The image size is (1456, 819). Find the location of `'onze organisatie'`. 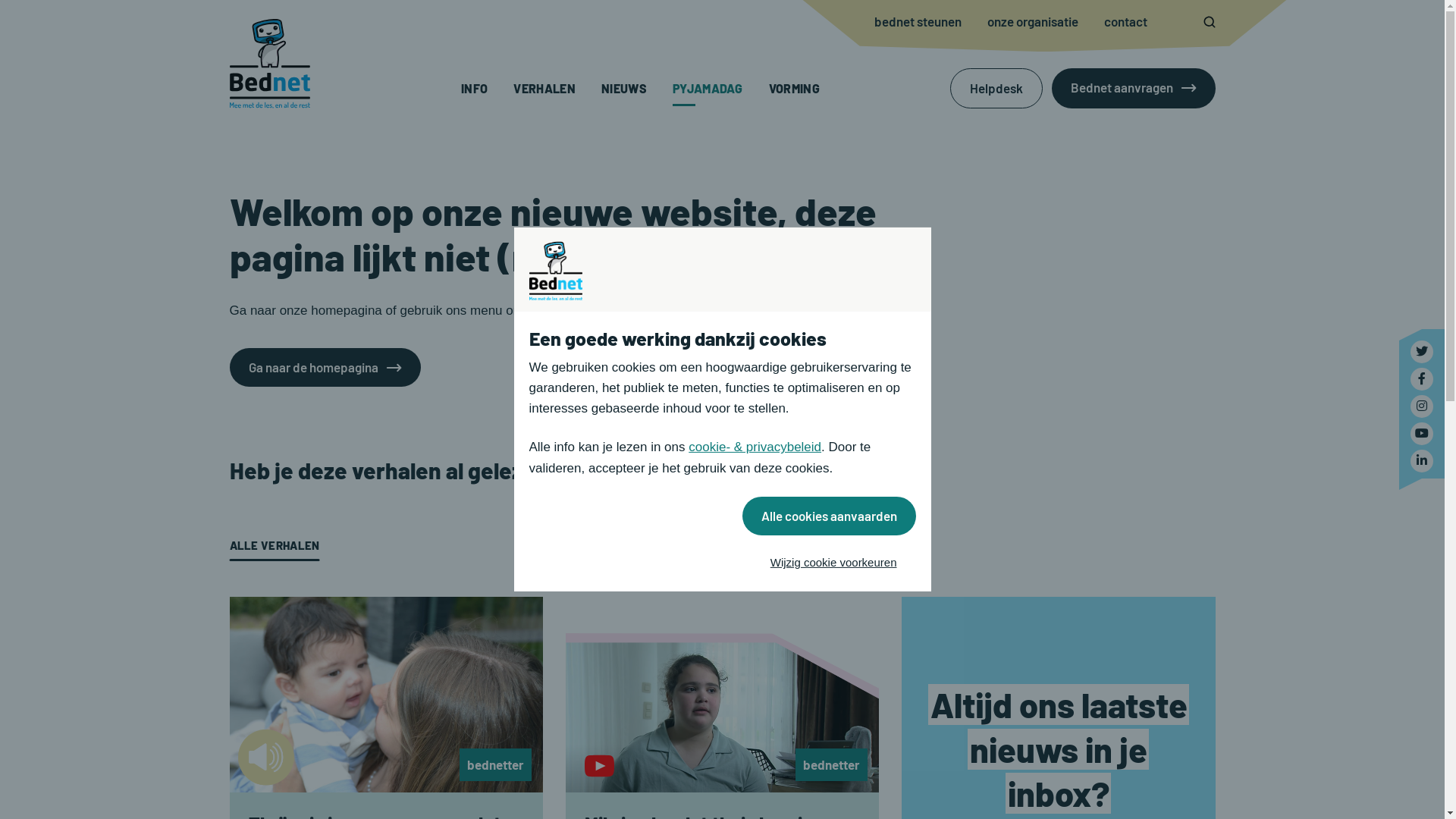

'onze organisatie' is located at coordinates (987, 21).